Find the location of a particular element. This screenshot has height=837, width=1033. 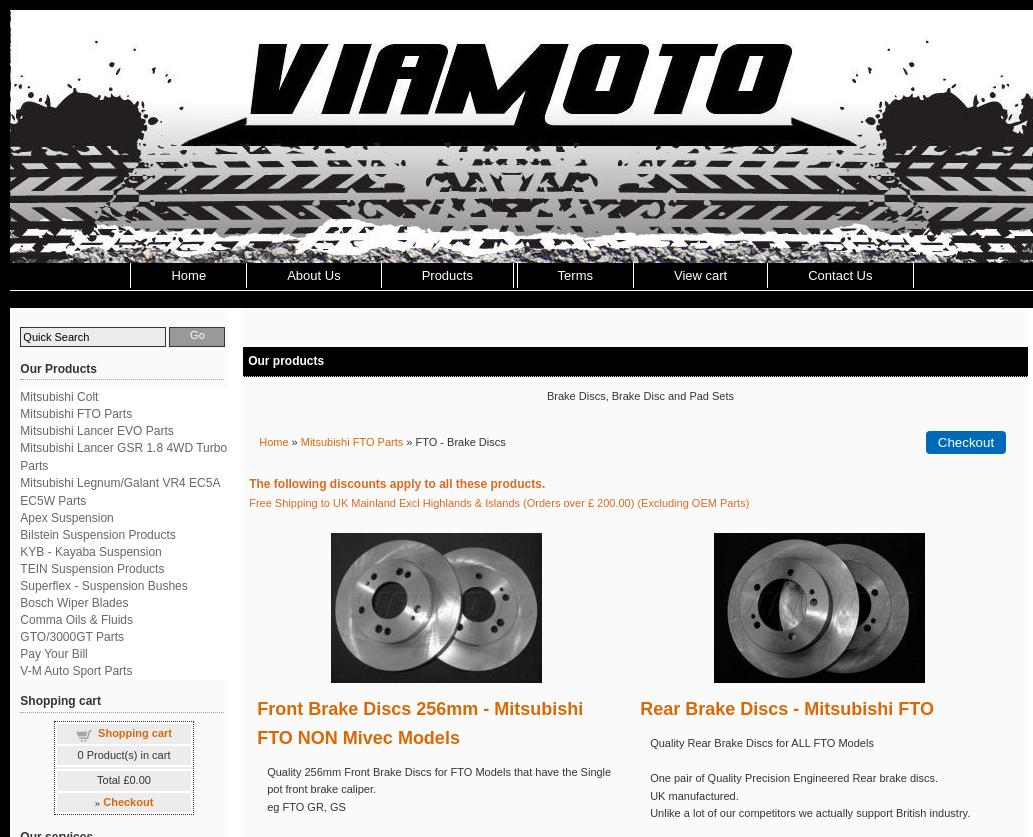

'GTO/3000GT Parts' is located at coordinates (20, 637).